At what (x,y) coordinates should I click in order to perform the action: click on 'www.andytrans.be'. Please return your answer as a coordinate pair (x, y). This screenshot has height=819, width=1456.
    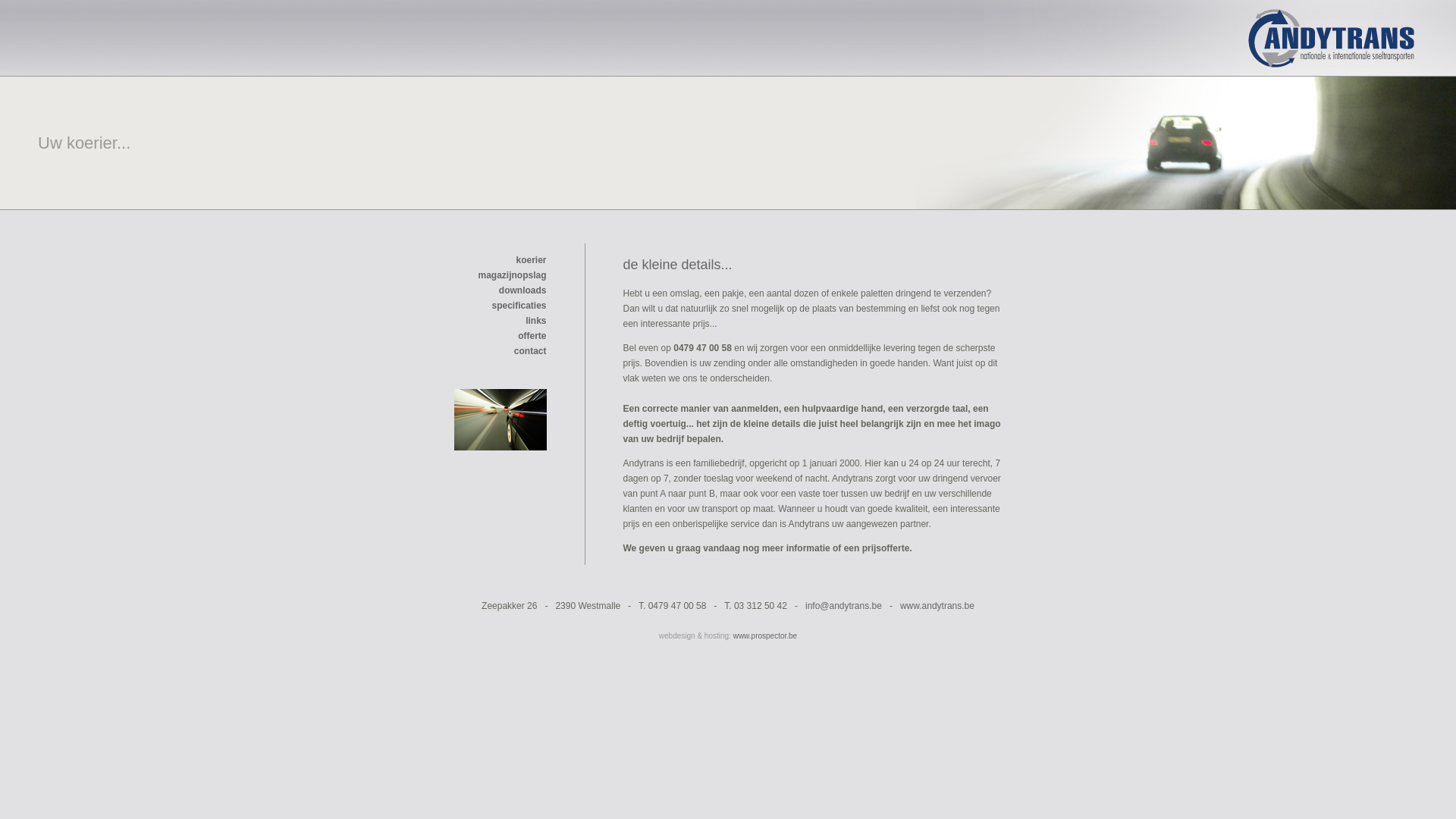
    Looking at the image, I should click on (937, 604).